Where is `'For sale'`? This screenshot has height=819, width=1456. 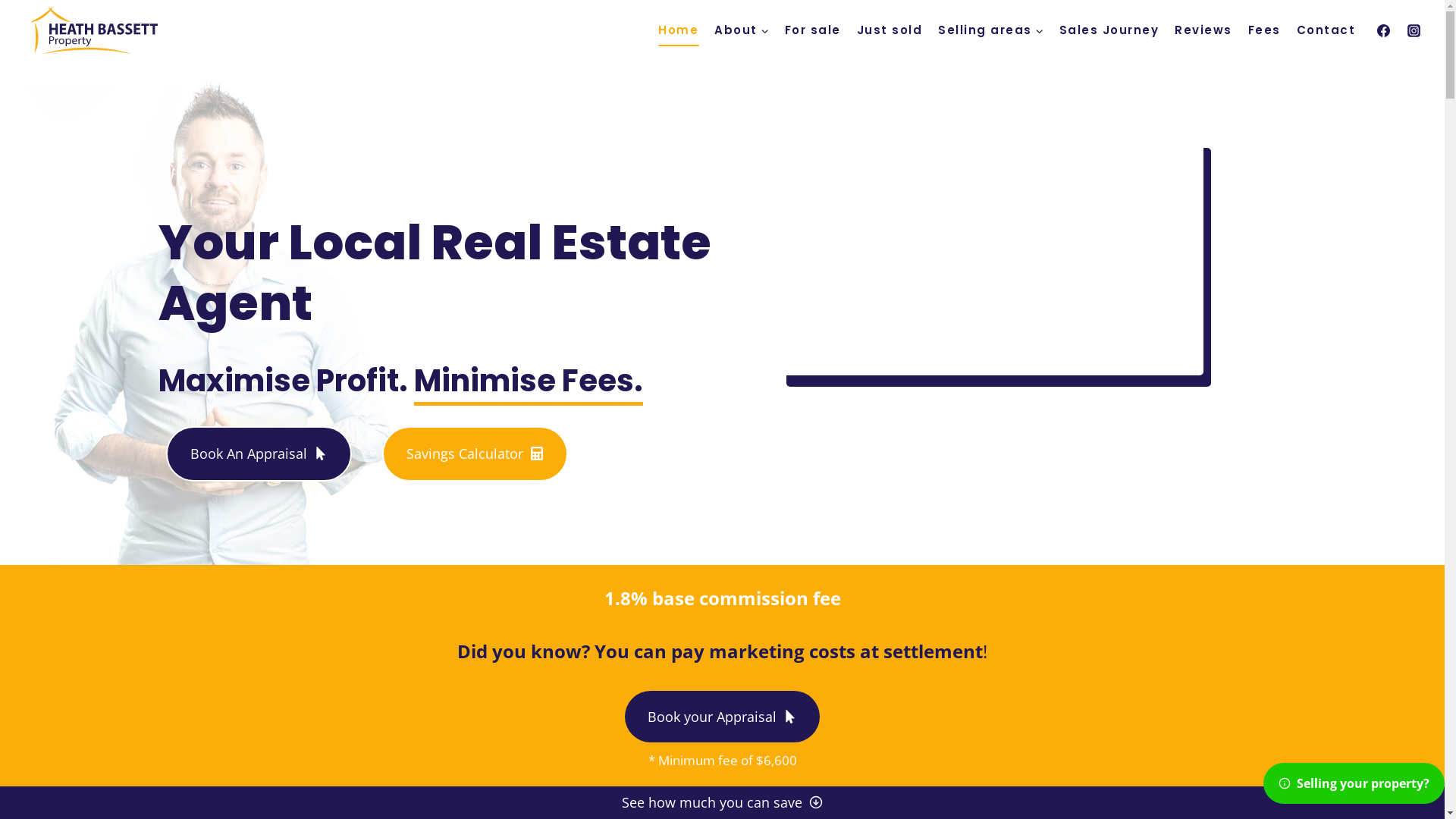
'For sale' is located at coordinates (776, 30).